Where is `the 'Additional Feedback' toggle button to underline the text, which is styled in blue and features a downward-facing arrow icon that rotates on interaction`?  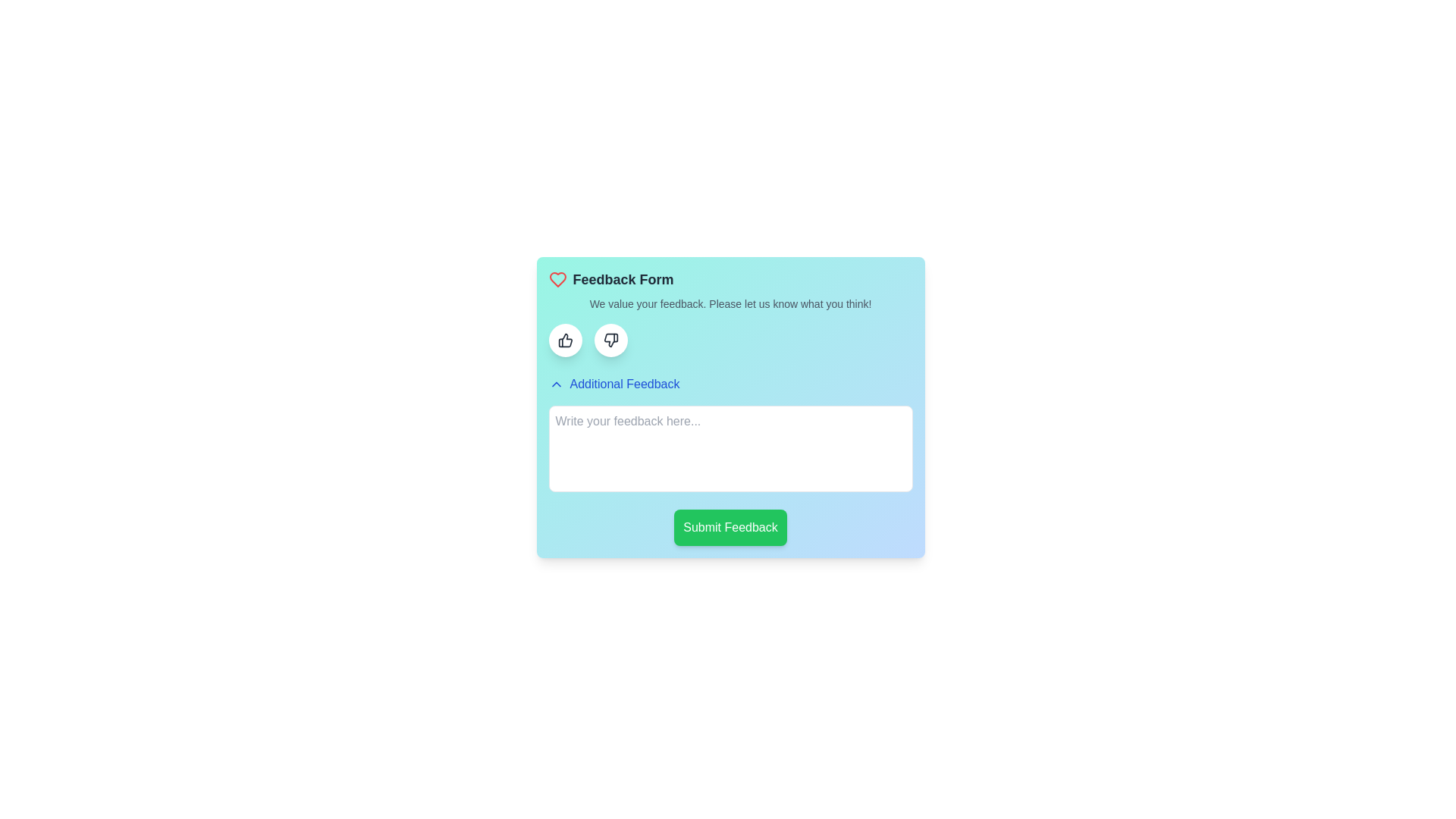 the 'Additional Feedback' toggle button to underline the text, which is styled in blue and features a downward-facing arrow icon that rotates on interaction is located at coordinates (614, 383).